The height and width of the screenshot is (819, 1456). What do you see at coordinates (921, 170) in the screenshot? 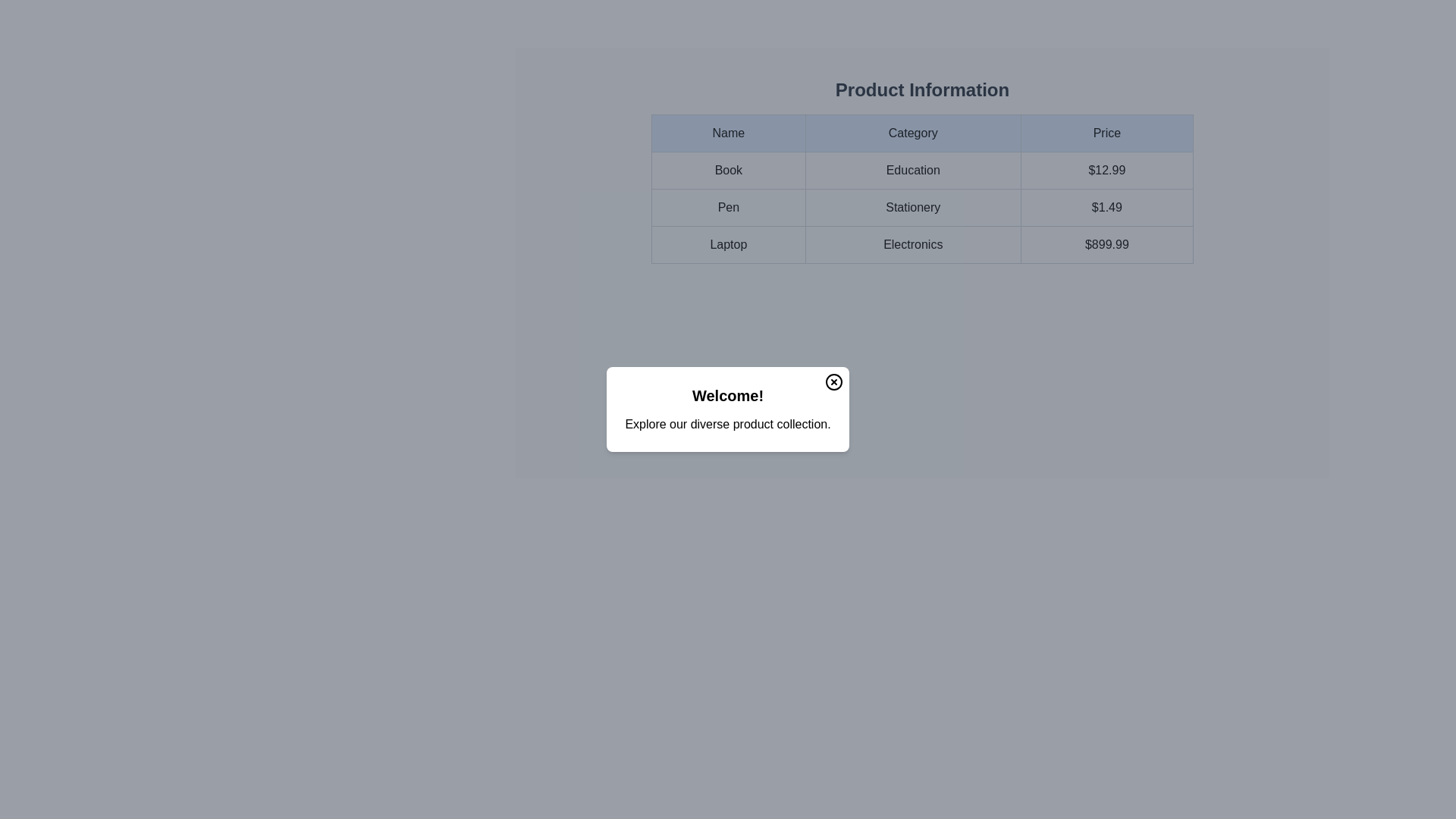
I see `the first table row of the 'Product Information' table` at bounding box center [921, 170].